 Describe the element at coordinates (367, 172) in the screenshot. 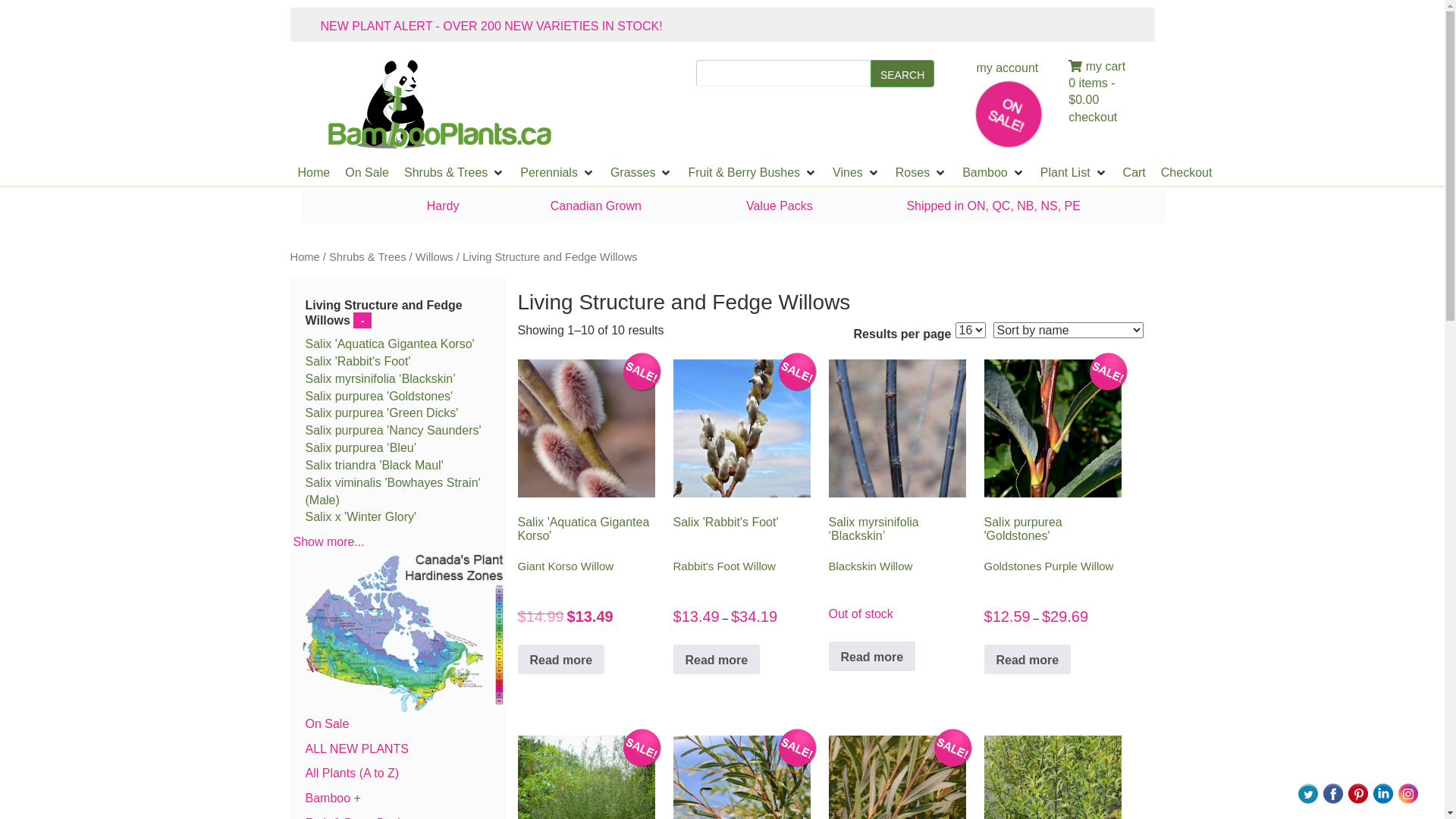

I see `'On Sale'` at that location.